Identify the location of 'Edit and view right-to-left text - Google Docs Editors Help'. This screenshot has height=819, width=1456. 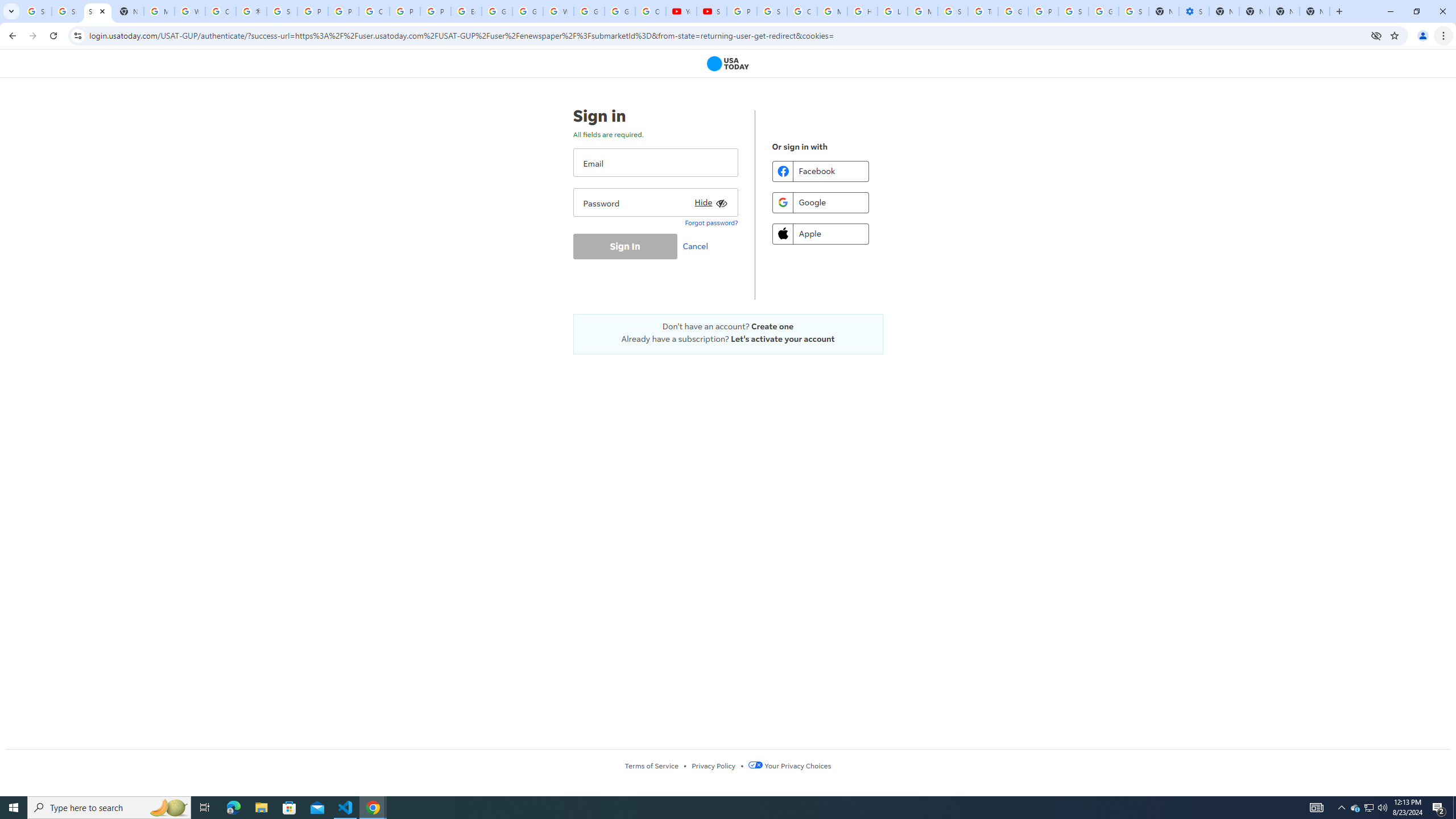
(466, 11).